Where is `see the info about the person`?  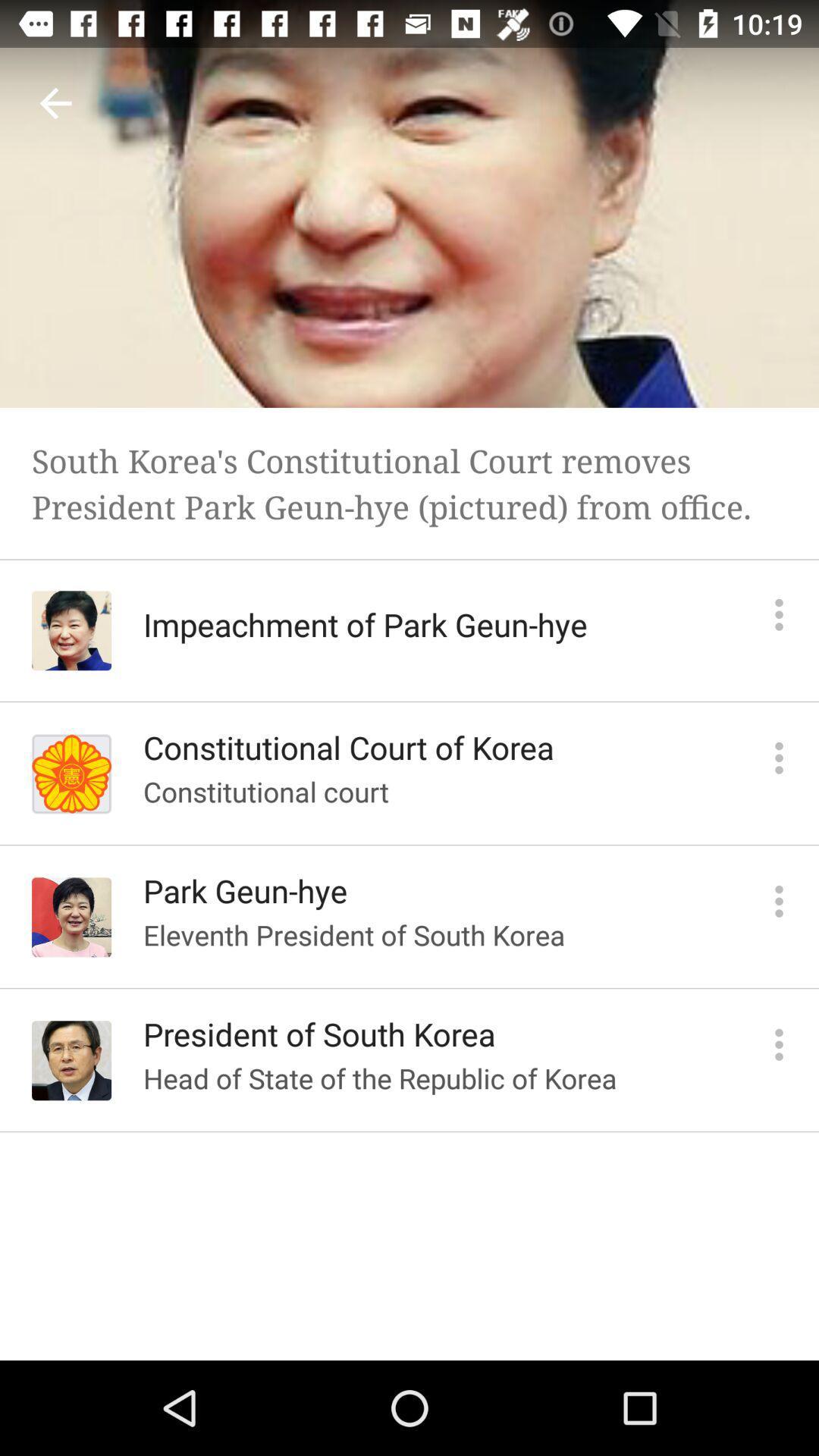
see the info about the person is located at coordinates (779, 614).